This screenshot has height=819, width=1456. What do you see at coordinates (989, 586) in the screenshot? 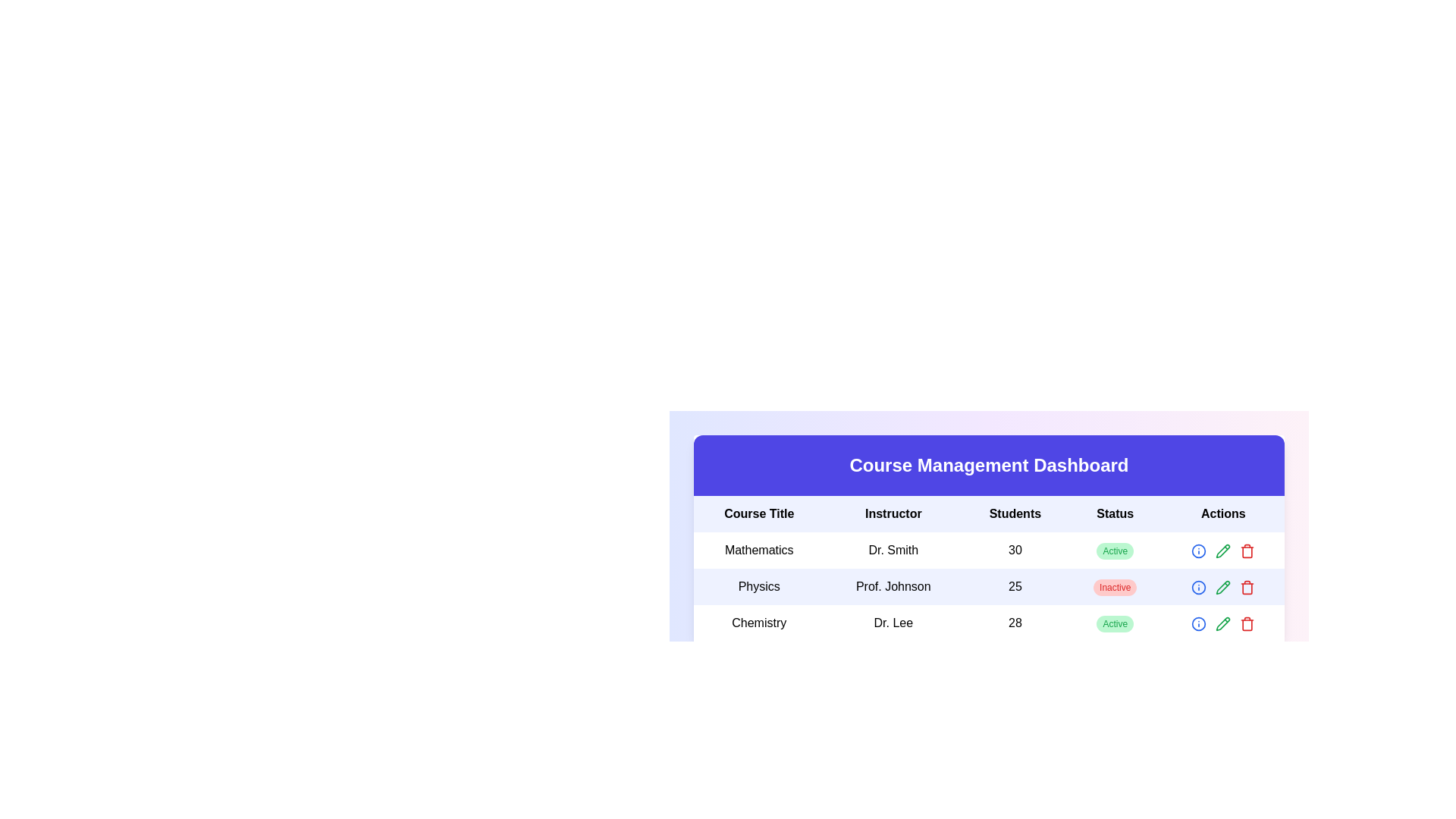
I see `second row of the course table displaying 'Physics', which includes the course name, instructor 'Prof. Johnson', student count '25', and status 'Inactive' highlighted in red` at bounding box center [989, 586].